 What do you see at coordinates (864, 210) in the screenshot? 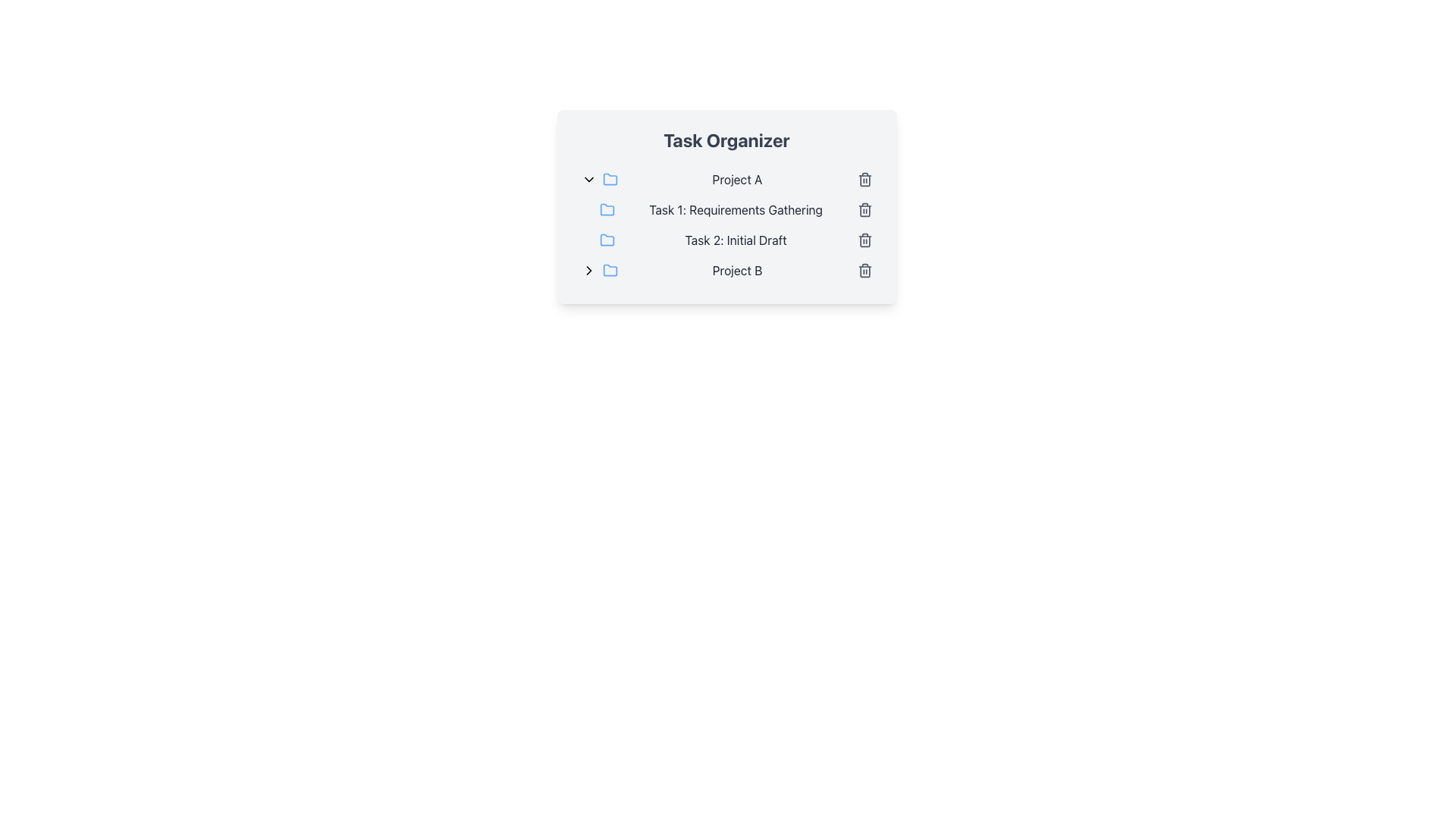
I see `the trash icon button, which is a simplistic gray trash icon with a rectangular outline, positioned at the far right of the 'Task 1: Requirements Gathering' list item` at bounding box center [864, 210].